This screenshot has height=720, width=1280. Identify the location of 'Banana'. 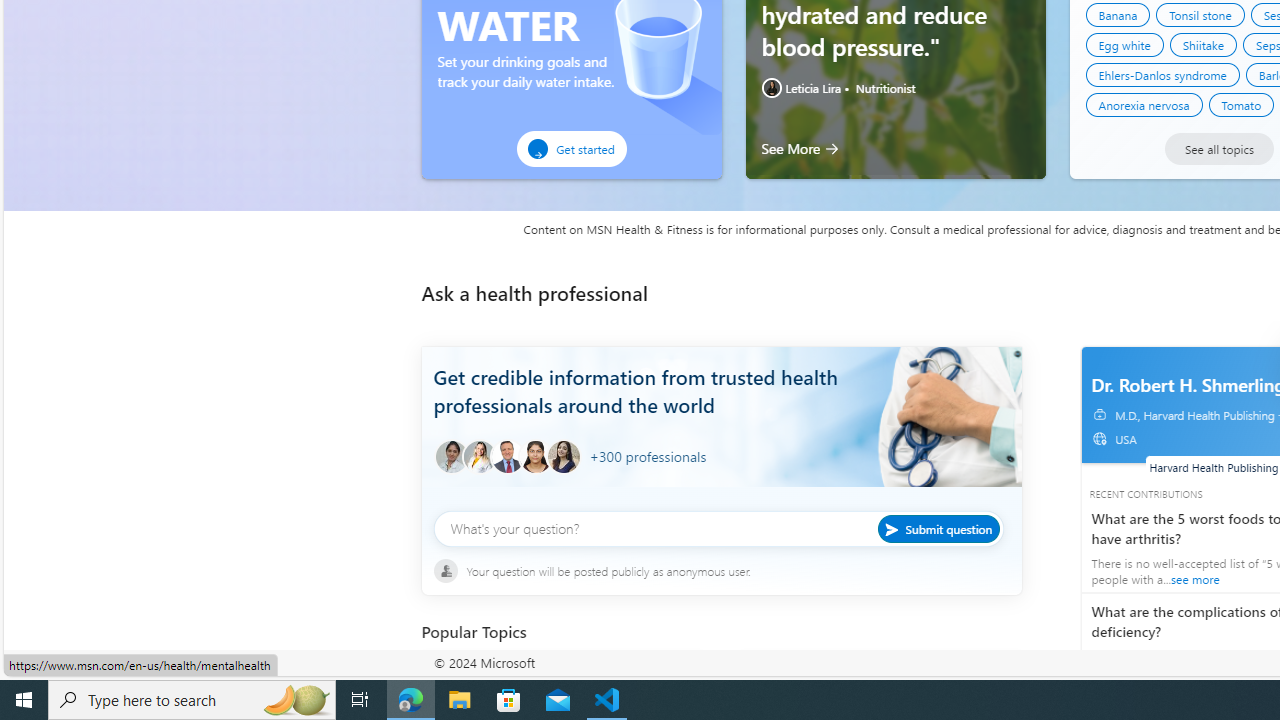
(1117, 15).